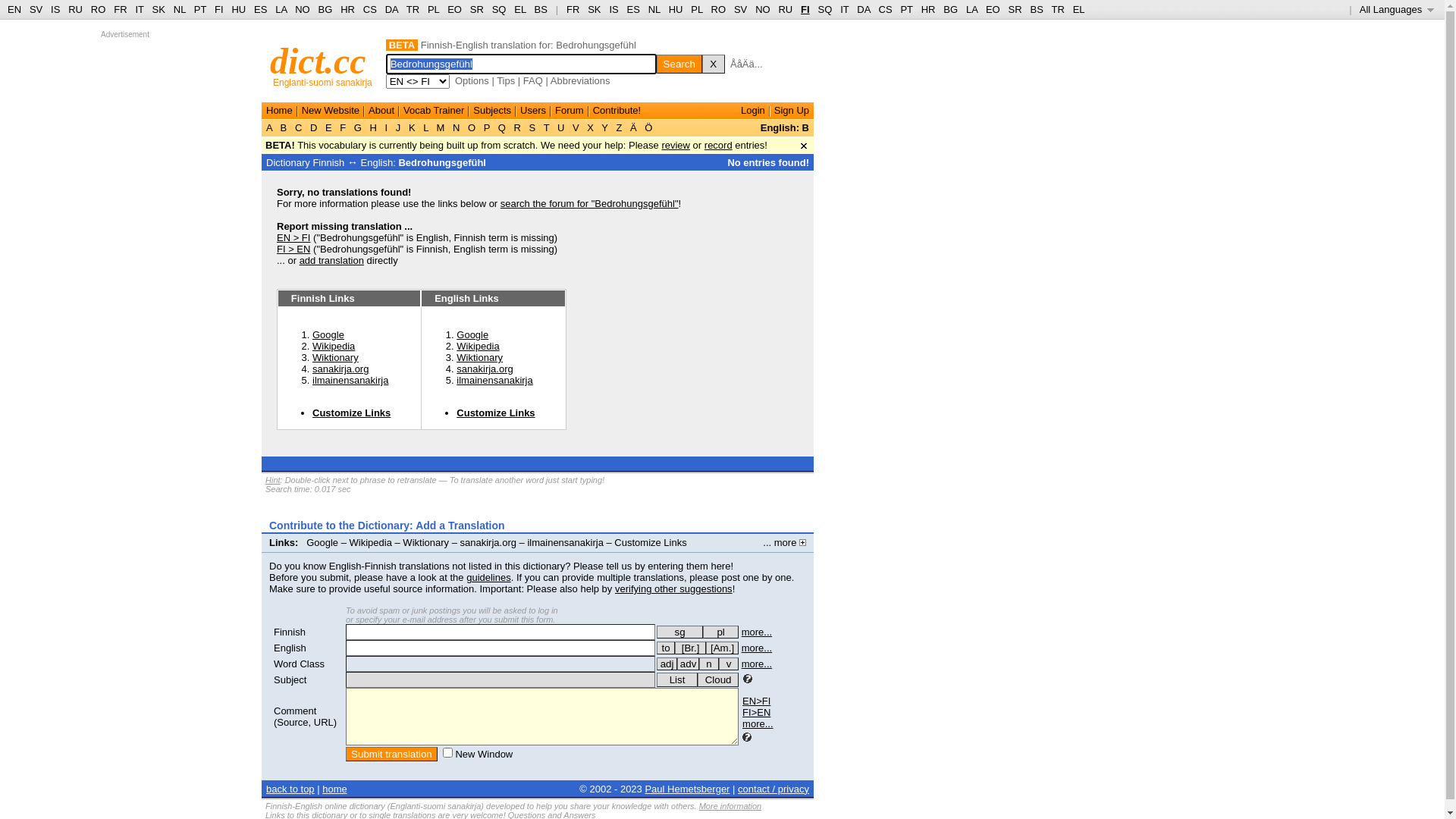 The height and width of the screenshot is (819, 1456). Describe the element at coordinates (158, 9) in the screenshot. I see `'SK'` at that location.